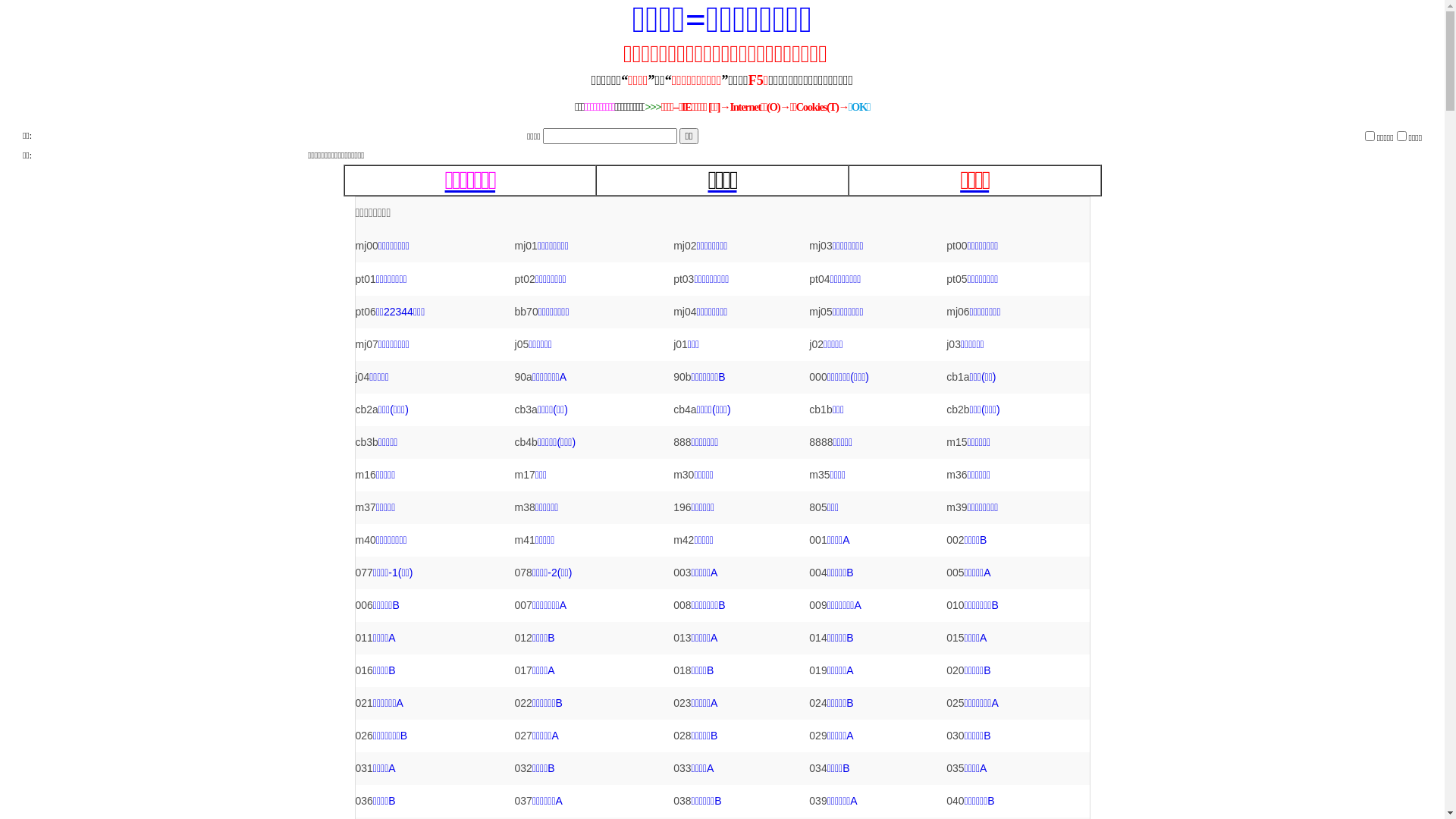 Image resolution: width=1456 pixels, height=819 pixels. Describe the element at coordinates (525, 278) in the screenshot. I see `'pt02'` at that location.